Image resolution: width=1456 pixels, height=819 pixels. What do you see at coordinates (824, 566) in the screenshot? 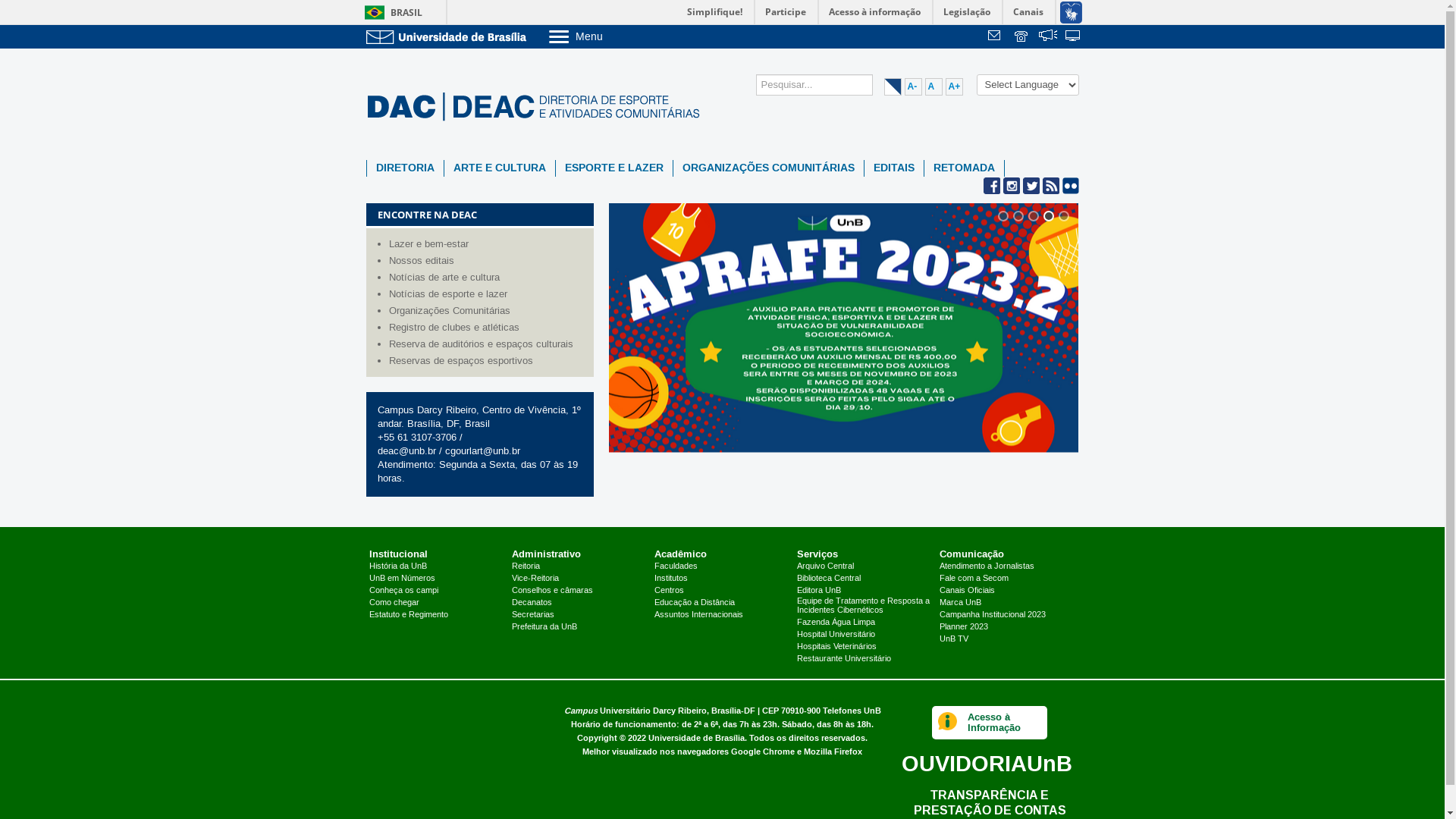
I see `'Arquivo Central'` at bounding box center [824, 566].